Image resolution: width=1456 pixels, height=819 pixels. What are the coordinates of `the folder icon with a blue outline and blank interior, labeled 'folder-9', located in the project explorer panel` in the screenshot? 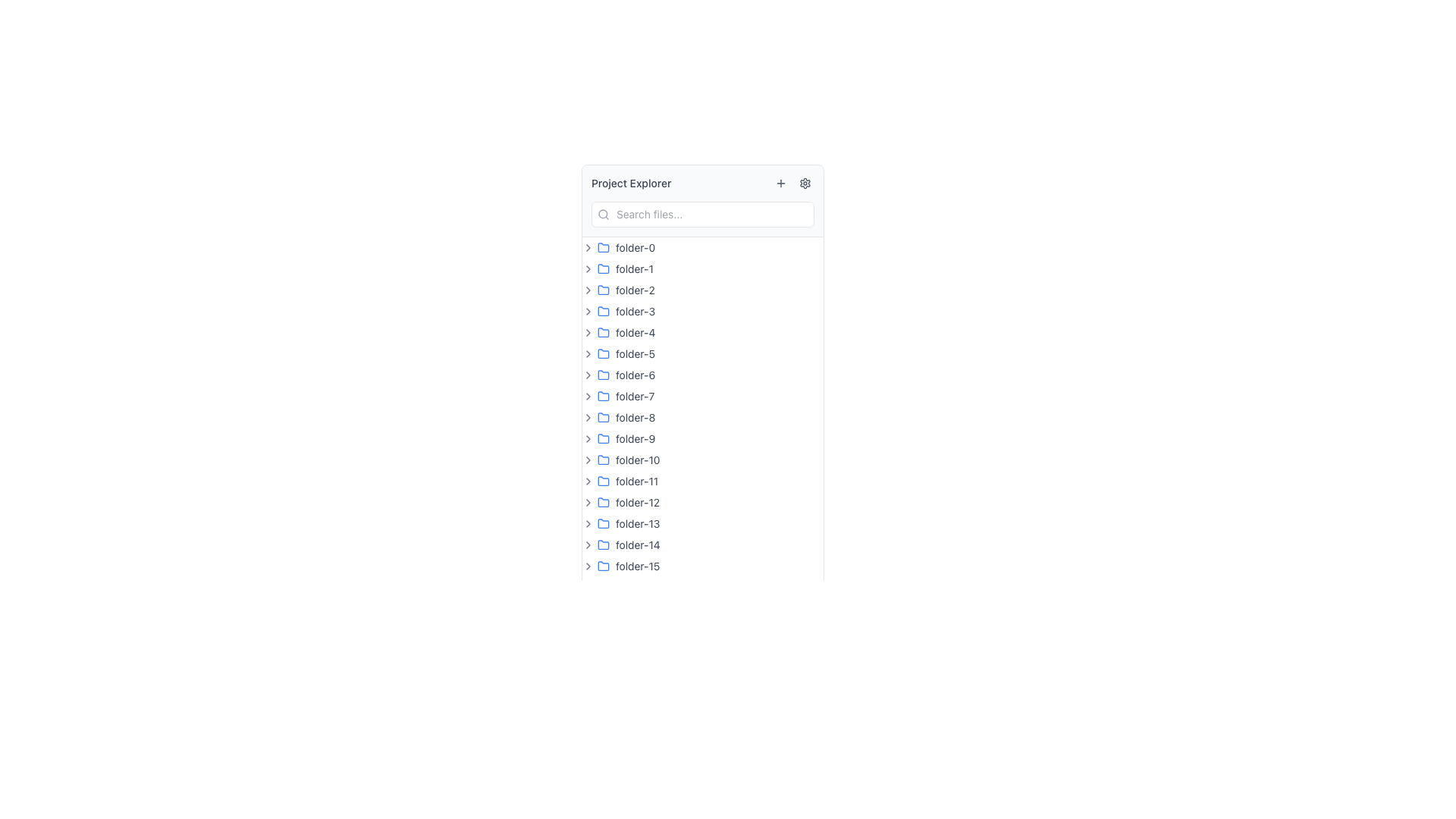 It's located at (603, 438).